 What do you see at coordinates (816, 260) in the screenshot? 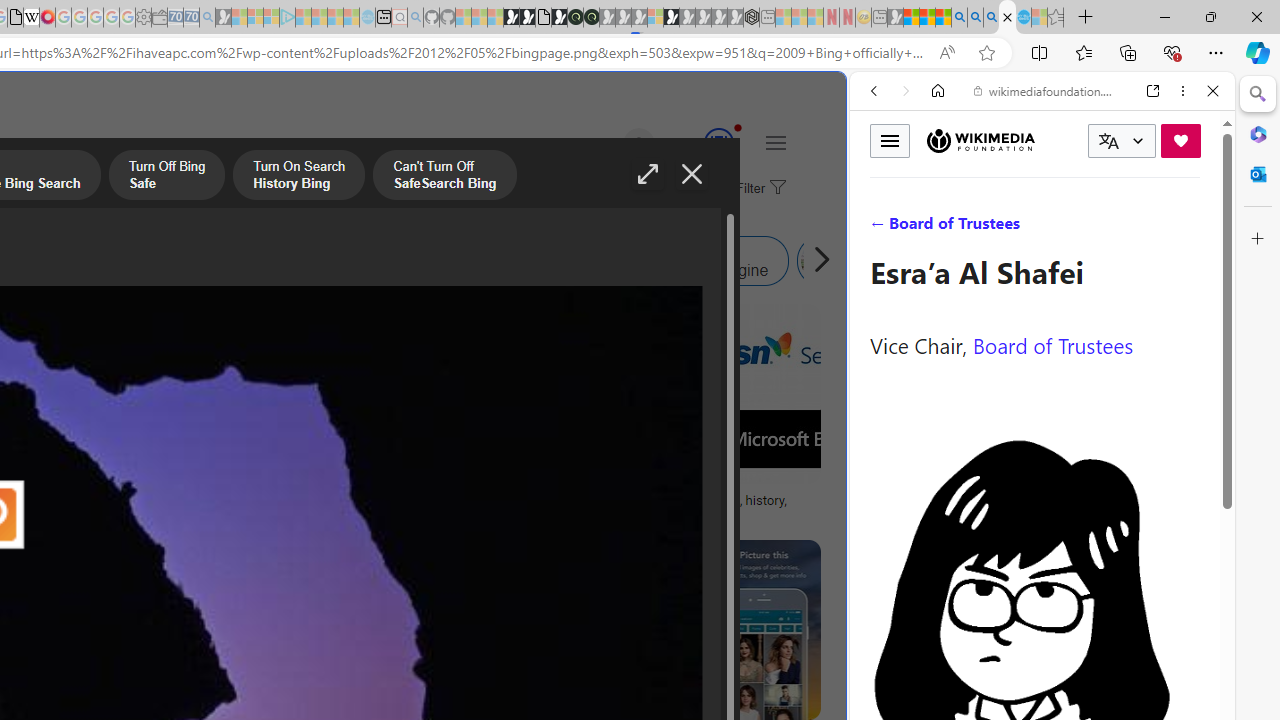
I see `'Scroll right'` at bounding box center [816, 260].